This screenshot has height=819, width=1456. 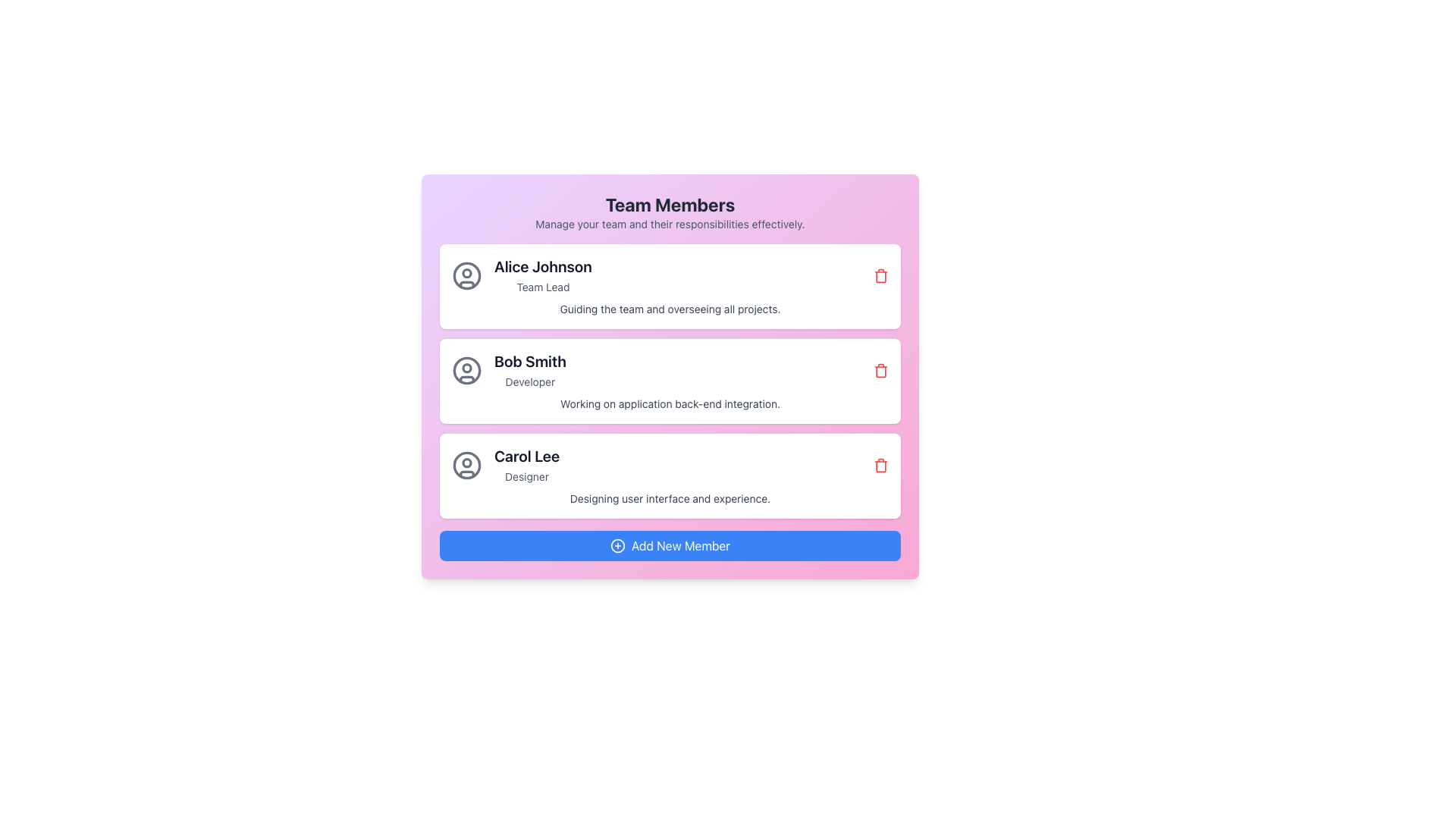 I want to click on the Static Text displaying 'Alice Johnson' and 'Team Lead', which is located in the first row of team members, slightly to the right of a user icon, so click(x=543, y=275).